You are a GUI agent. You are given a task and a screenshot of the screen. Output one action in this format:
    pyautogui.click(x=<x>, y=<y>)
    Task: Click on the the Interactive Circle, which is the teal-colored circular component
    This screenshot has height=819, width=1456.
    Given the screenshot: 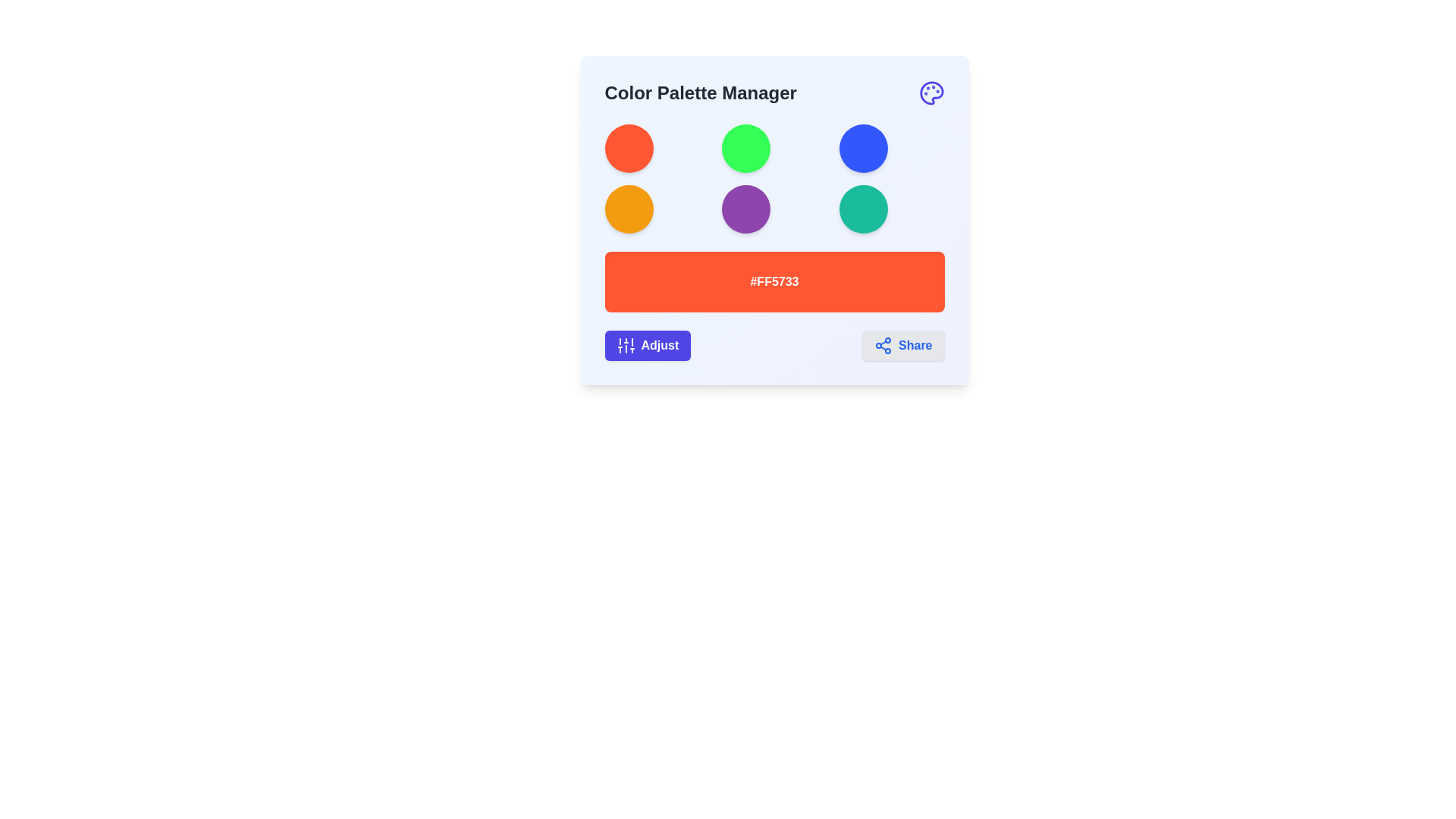 What is the action you would take?
    pyautogui.click(x=863, y=209)
    